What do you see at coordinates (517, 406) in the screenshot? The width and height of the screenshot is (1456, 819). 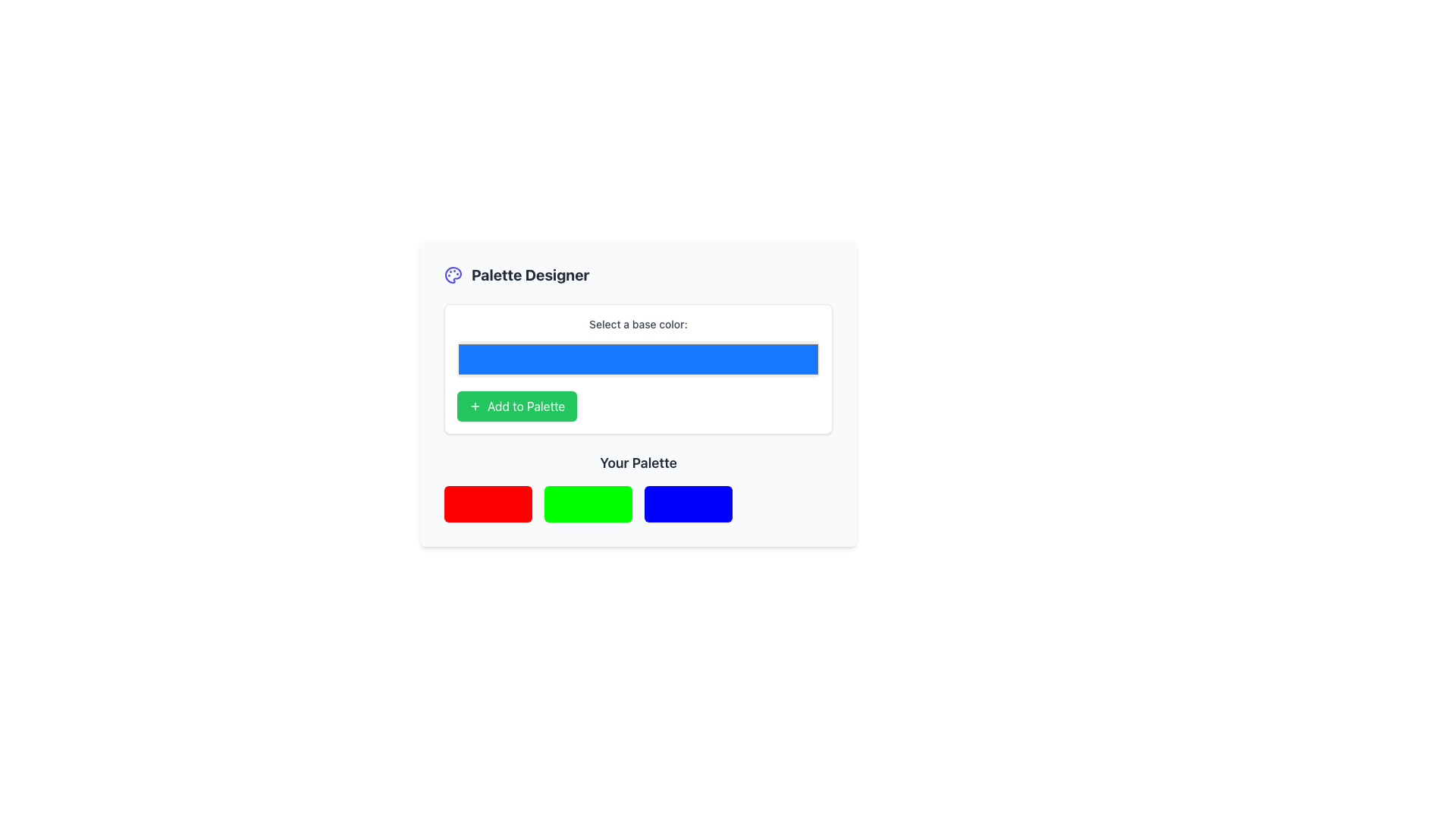 I see `the button that adds the selected color to the palette, located below the color selector input field and within the same grouping` at bounding box center [517, 406].